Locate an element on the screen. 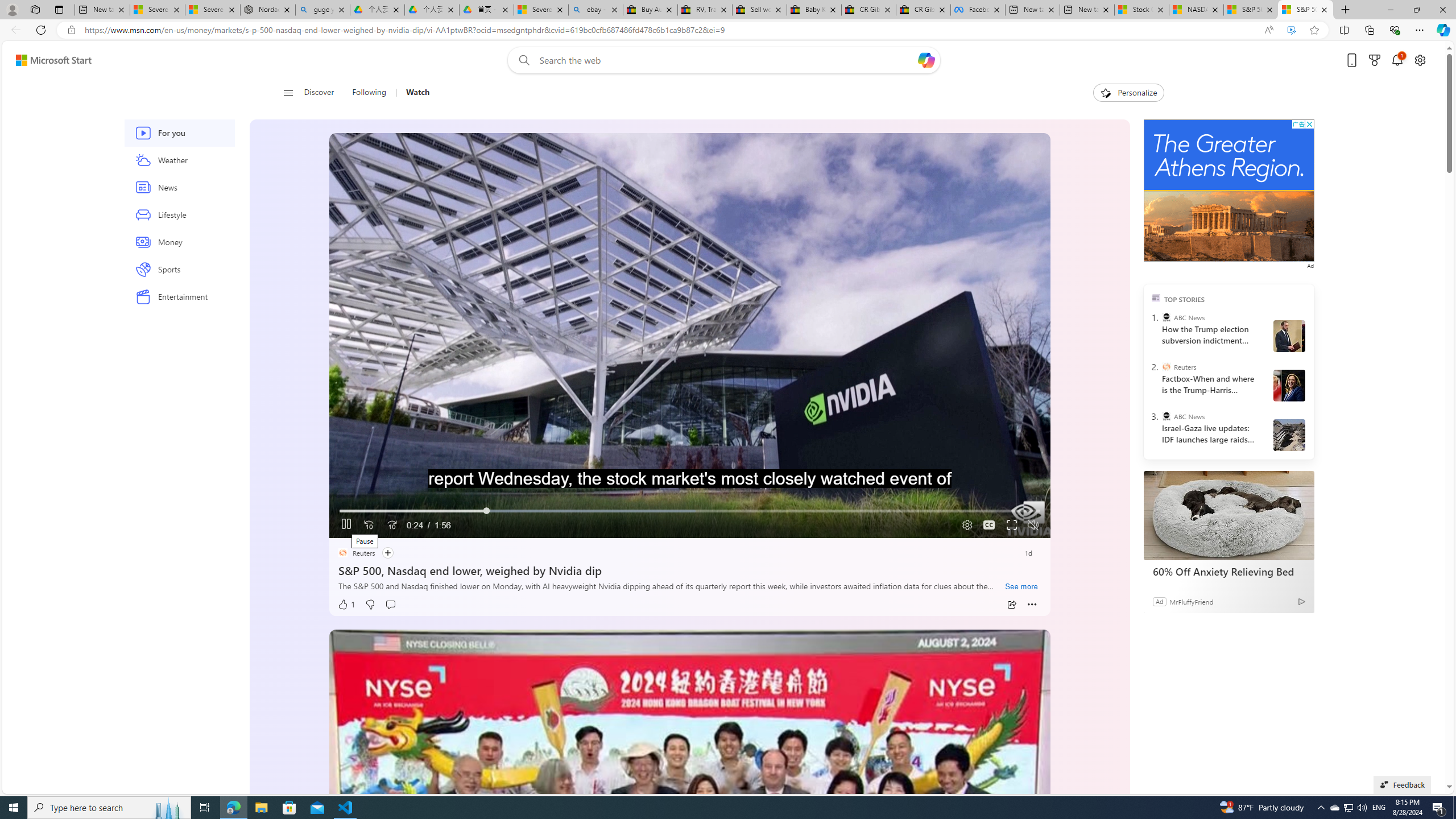 The width and height of the screenshot is (1456, 819). 'guge yunpan - Search' is located at coordinates (322, 9).